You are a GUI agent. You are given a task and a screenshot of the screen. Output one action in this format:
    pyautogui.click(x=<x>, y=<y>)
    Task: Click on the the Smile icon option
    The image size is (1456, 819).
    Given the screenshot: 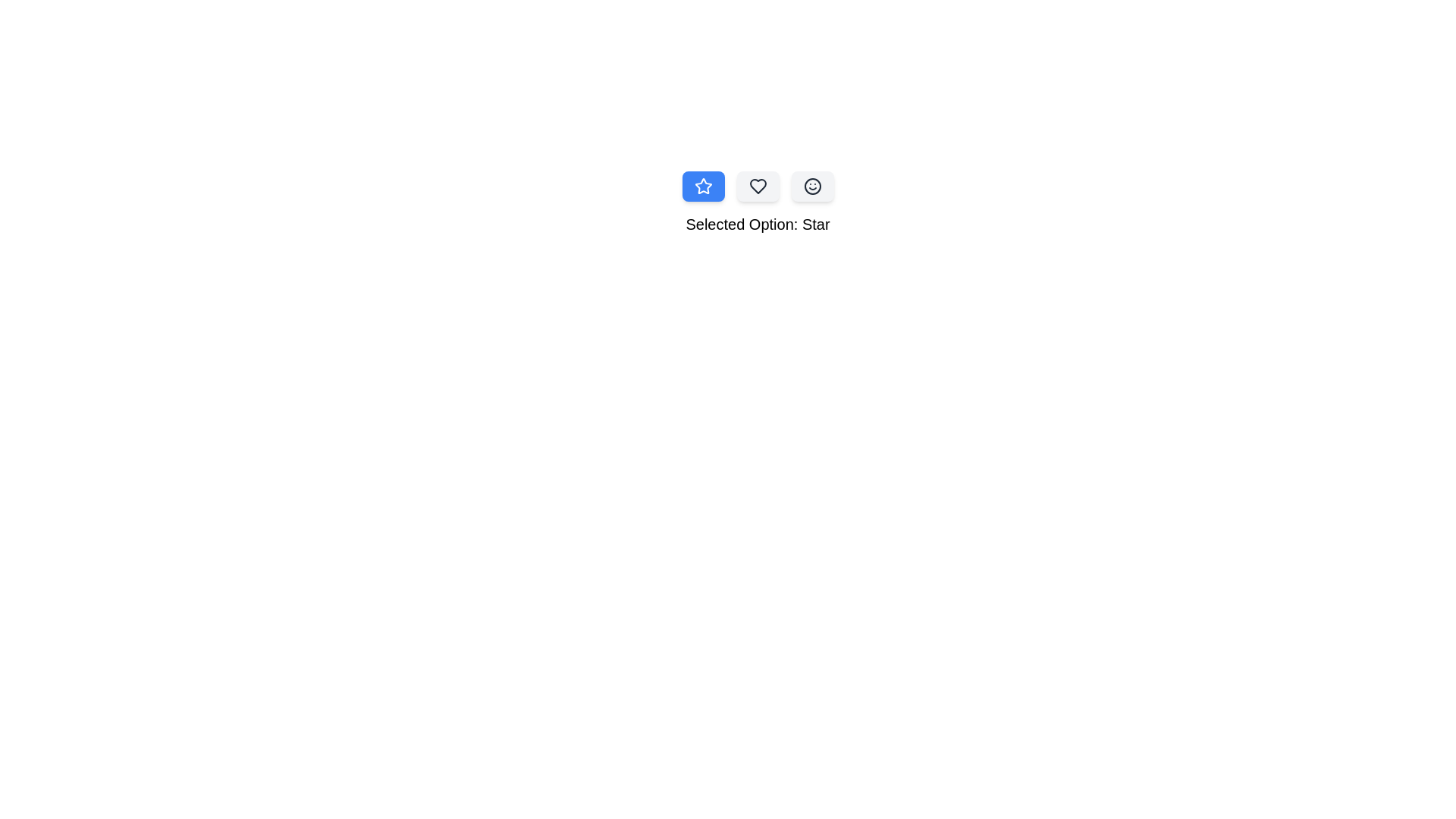 What is the action you would take?
    pyautogui.click(x=811, y=186)
    